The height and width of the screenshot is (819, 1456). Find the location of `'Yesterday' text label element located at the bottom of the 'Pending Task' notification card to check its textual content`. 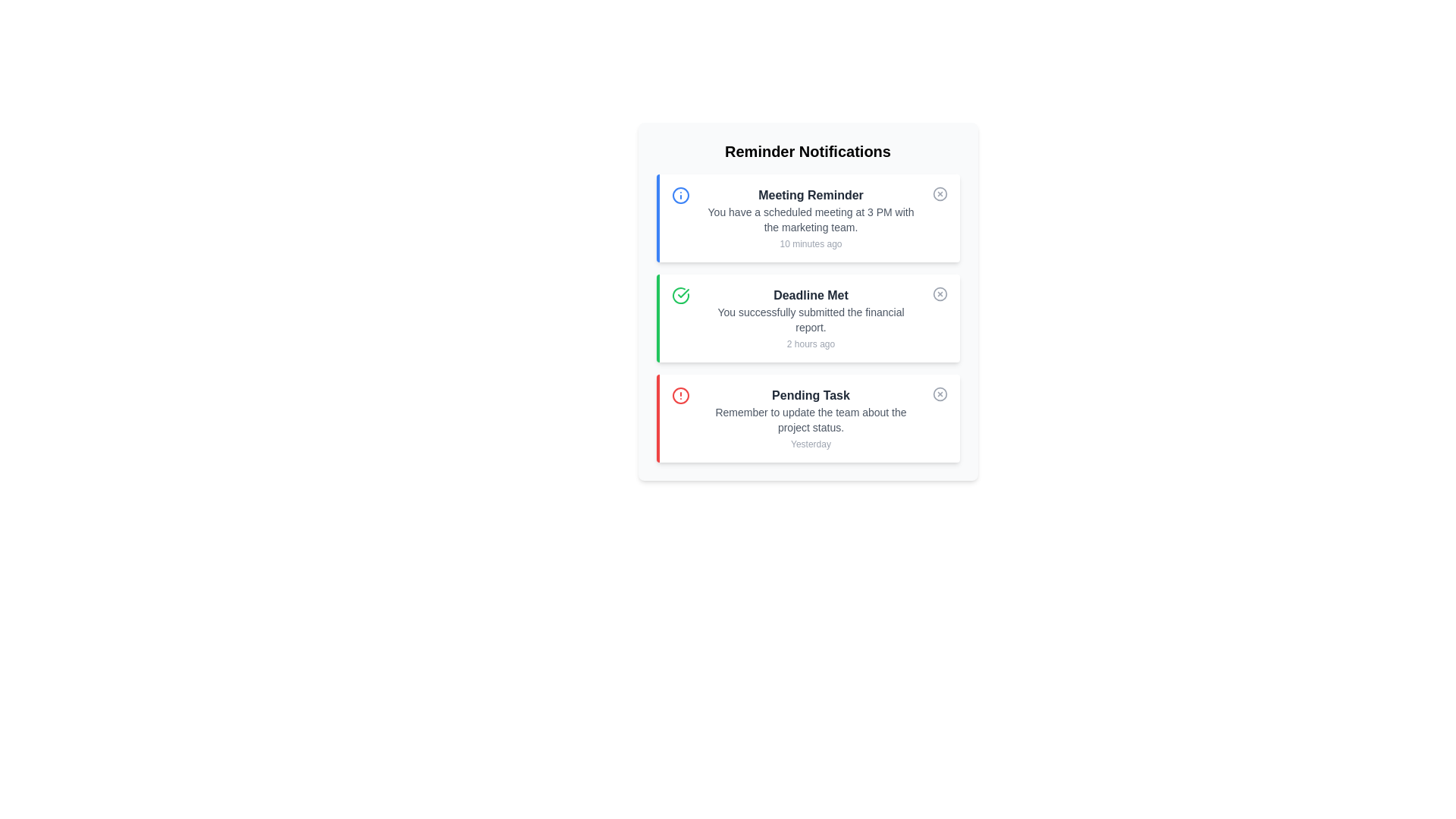

'Yesterday' text label element located at the bottom of the 'Pending Task' notification card to check its textual content is located at coordinates (810, 444).